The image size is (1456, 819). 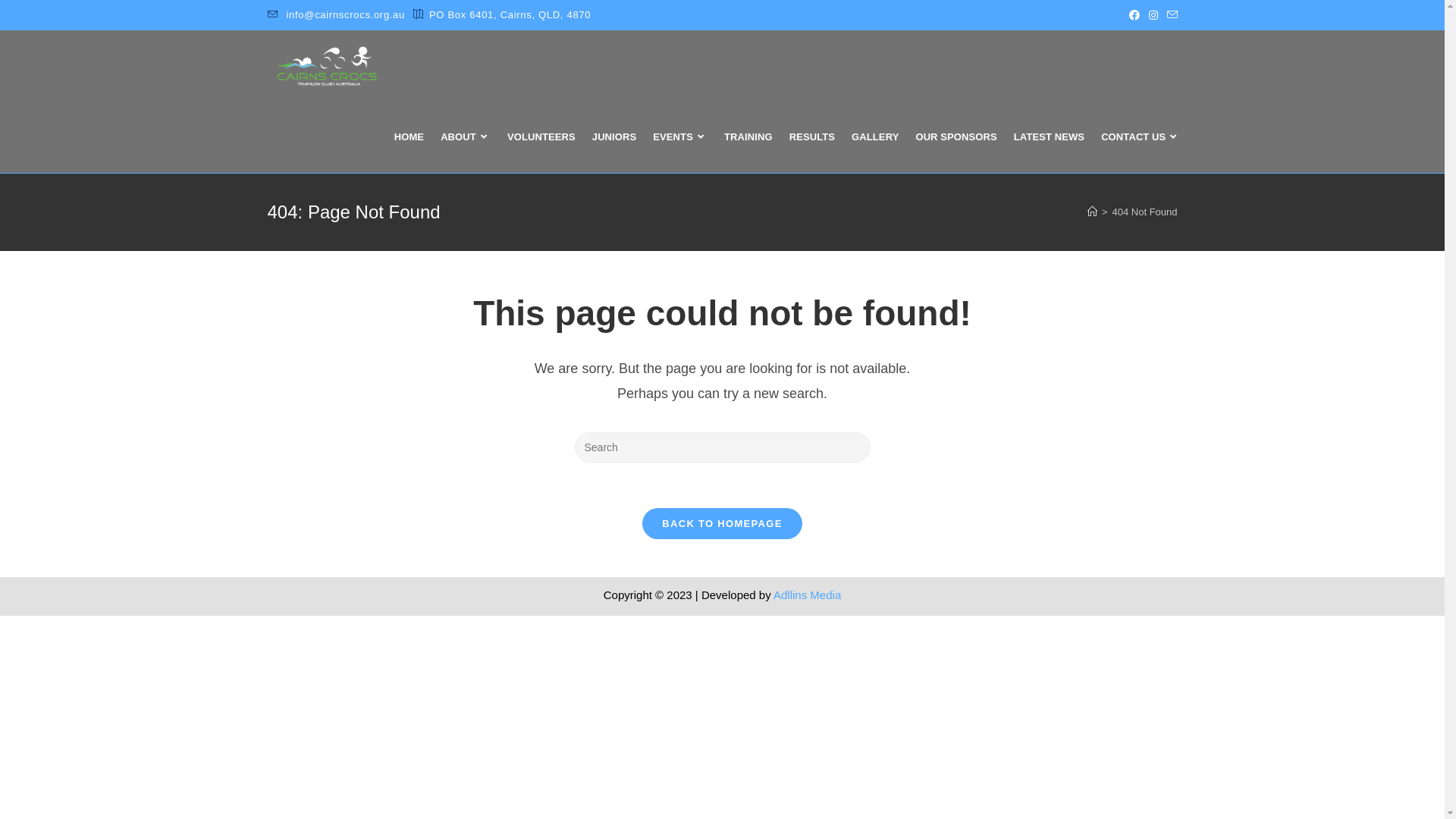 What do you see at coordinates (385, 137) in the screenshot?
I see `'HOME'` at bounding box center [385, 137].